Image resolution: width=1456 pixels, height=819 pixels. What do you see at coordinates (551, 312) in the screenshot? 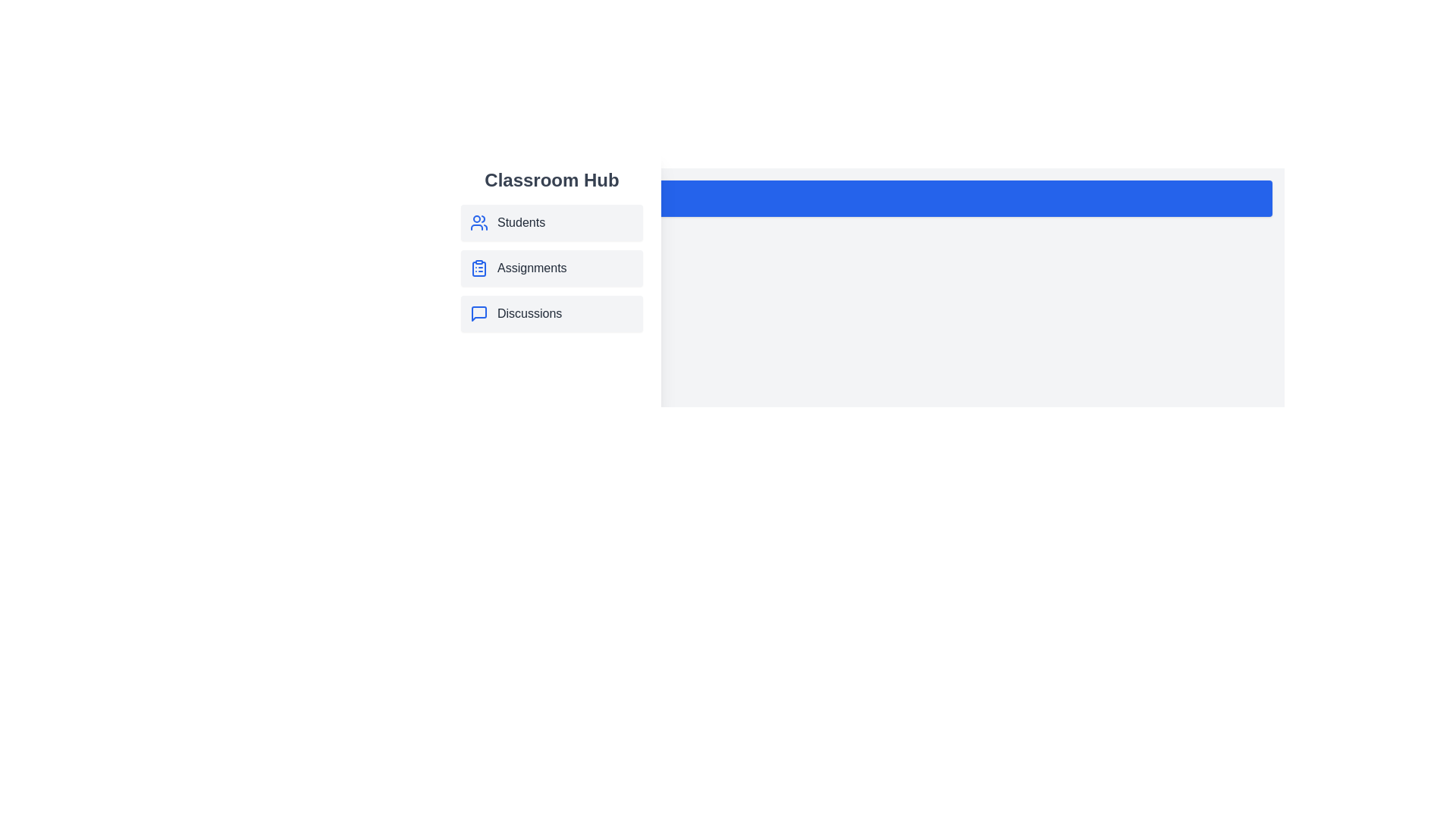
I see `the 'Discussions' section in the drawer` at bounding box center [551, 312].